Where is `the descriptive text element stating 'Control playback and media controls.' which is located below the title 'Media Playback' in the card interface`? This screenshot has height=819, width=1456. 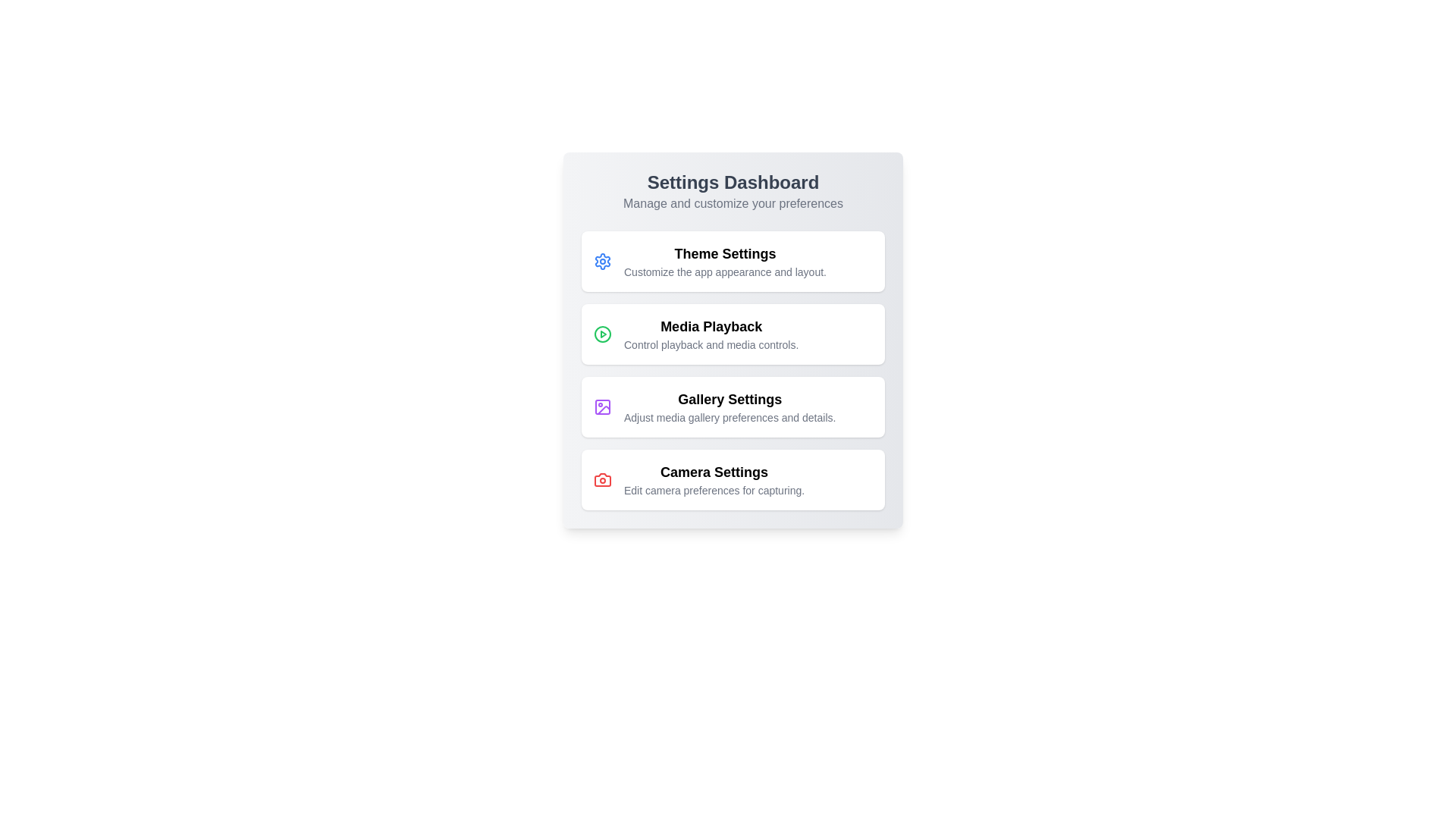 the descriptive text element stating 'Control playback and media controls.' which is located below the title 'Media Playback' in the card interface is located at coordinates (711, 345).